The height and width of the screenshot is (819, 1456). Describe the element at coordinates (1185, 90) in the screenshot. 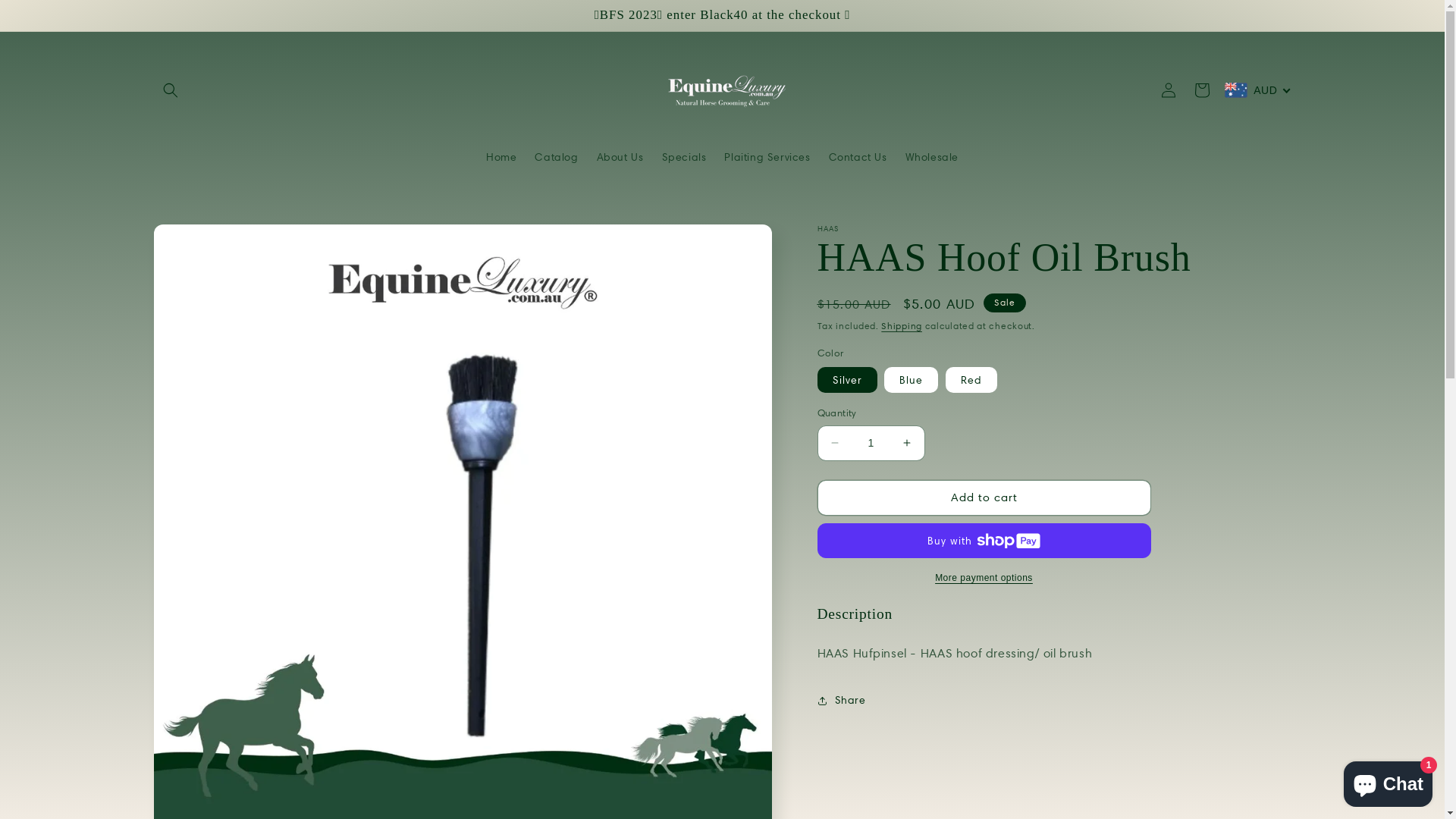

I see `'Cart'` at that location.